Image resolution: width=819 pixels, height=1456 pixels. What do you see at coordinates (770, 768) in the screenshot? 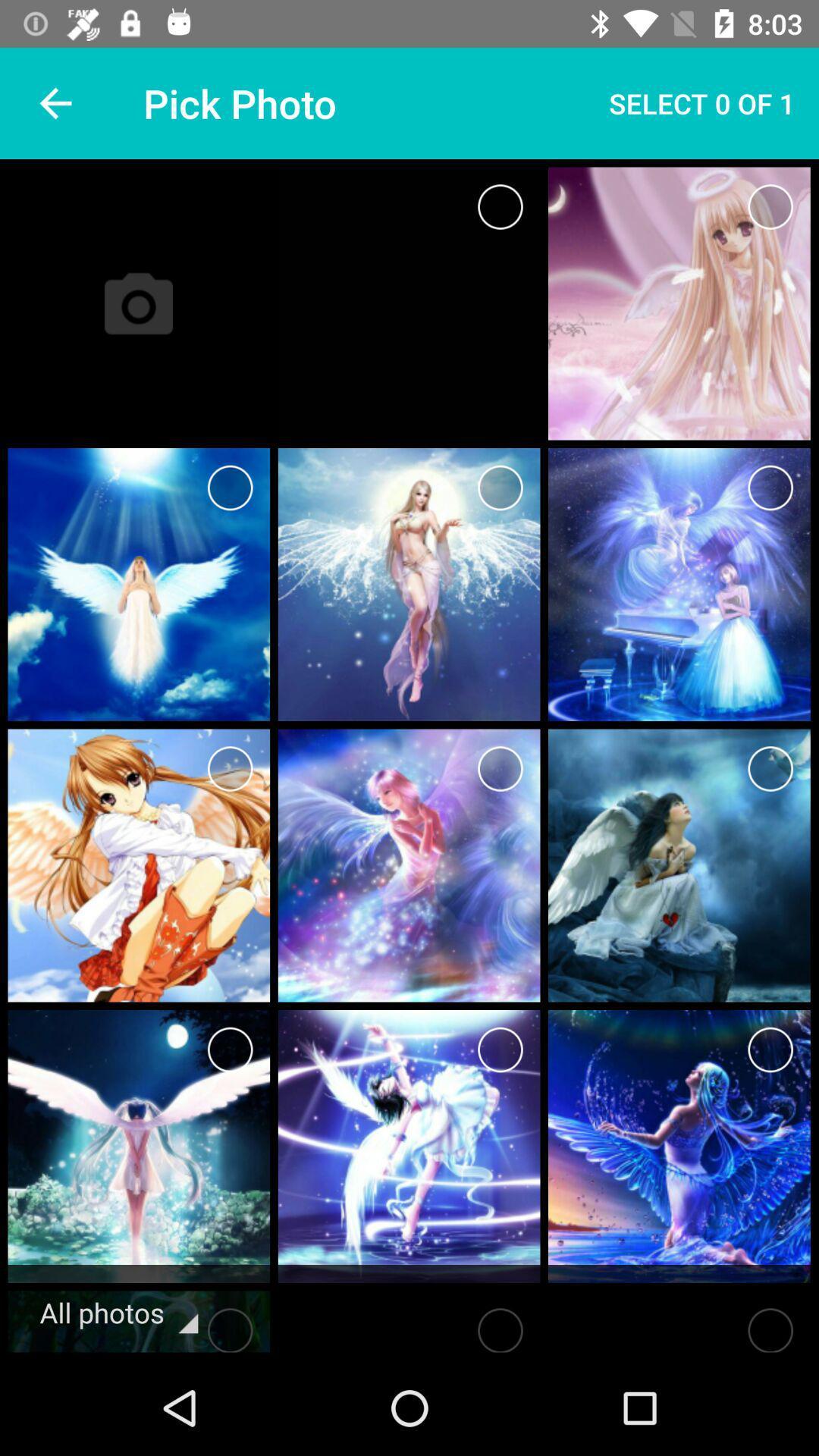
I see `photo` at bounding box center [770, 768].